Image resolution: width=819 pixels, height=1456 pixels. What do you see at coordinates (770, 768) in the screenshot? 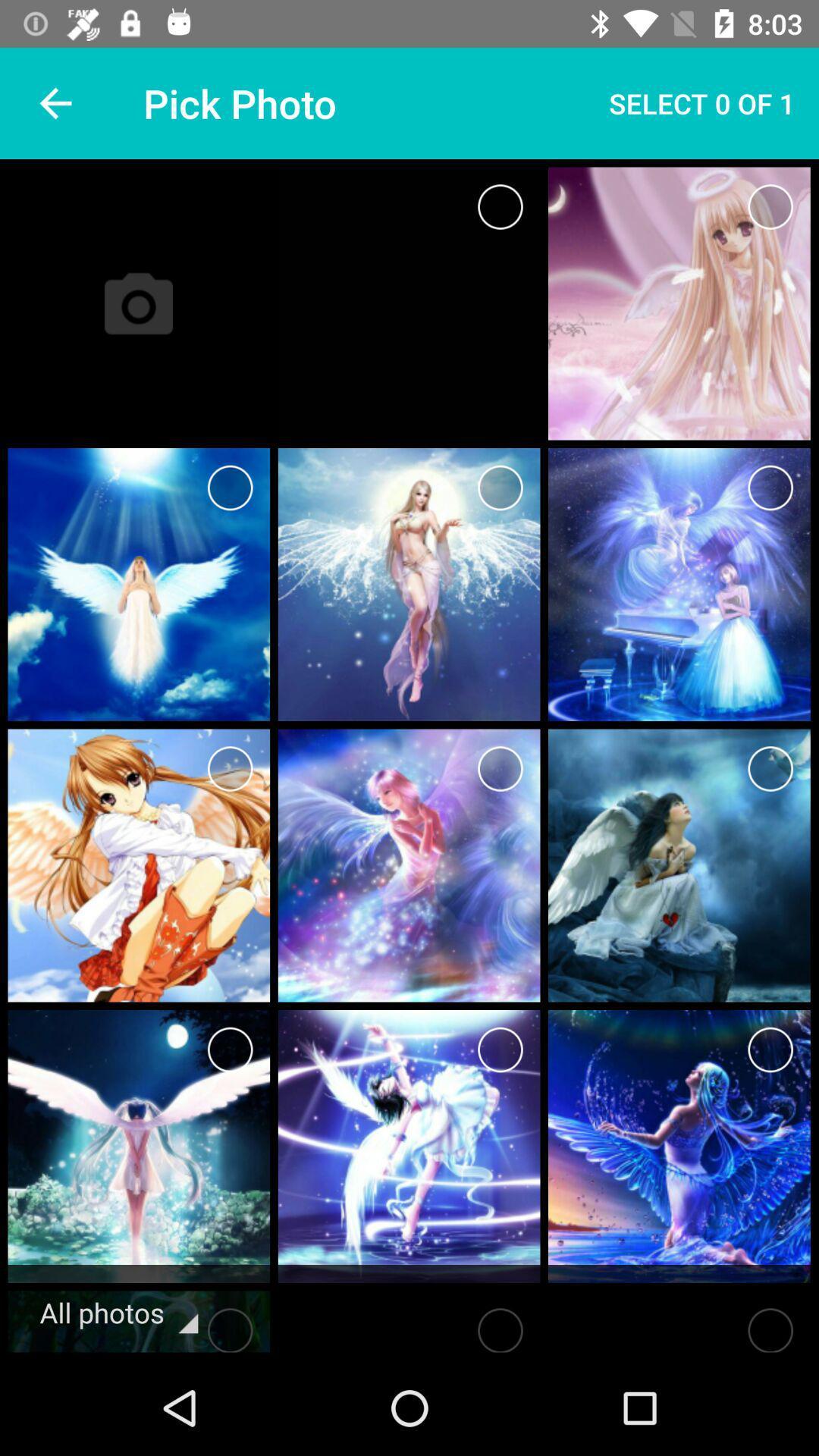
I see `photo` at bounding box center [770, 768].